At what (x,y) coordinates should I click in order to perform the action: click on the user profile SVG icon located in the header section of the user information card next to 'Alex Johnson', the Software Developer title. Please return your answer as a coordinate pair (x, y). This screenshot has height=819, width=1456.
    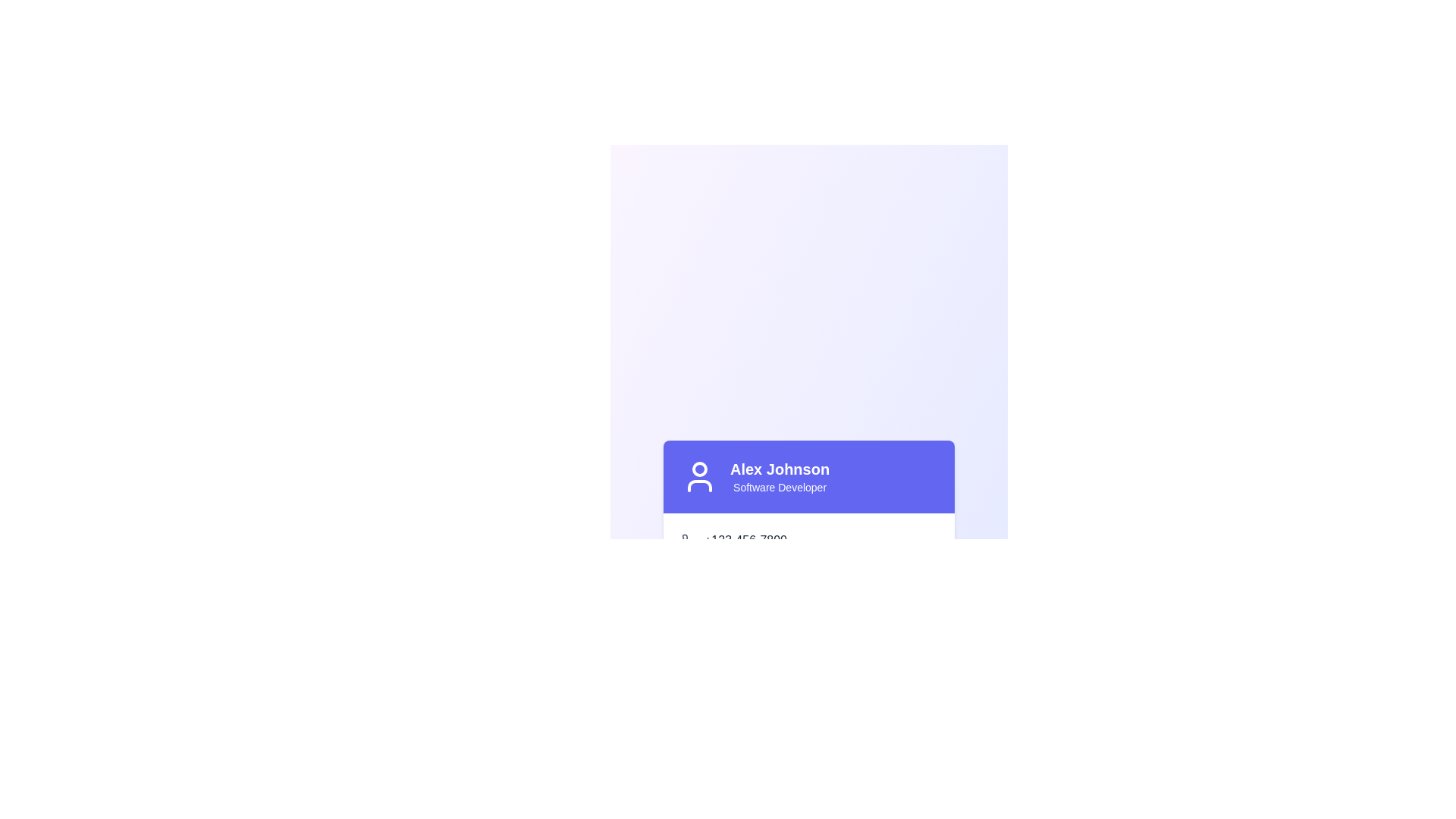
    Looking at the image, I should click on (698, 475).